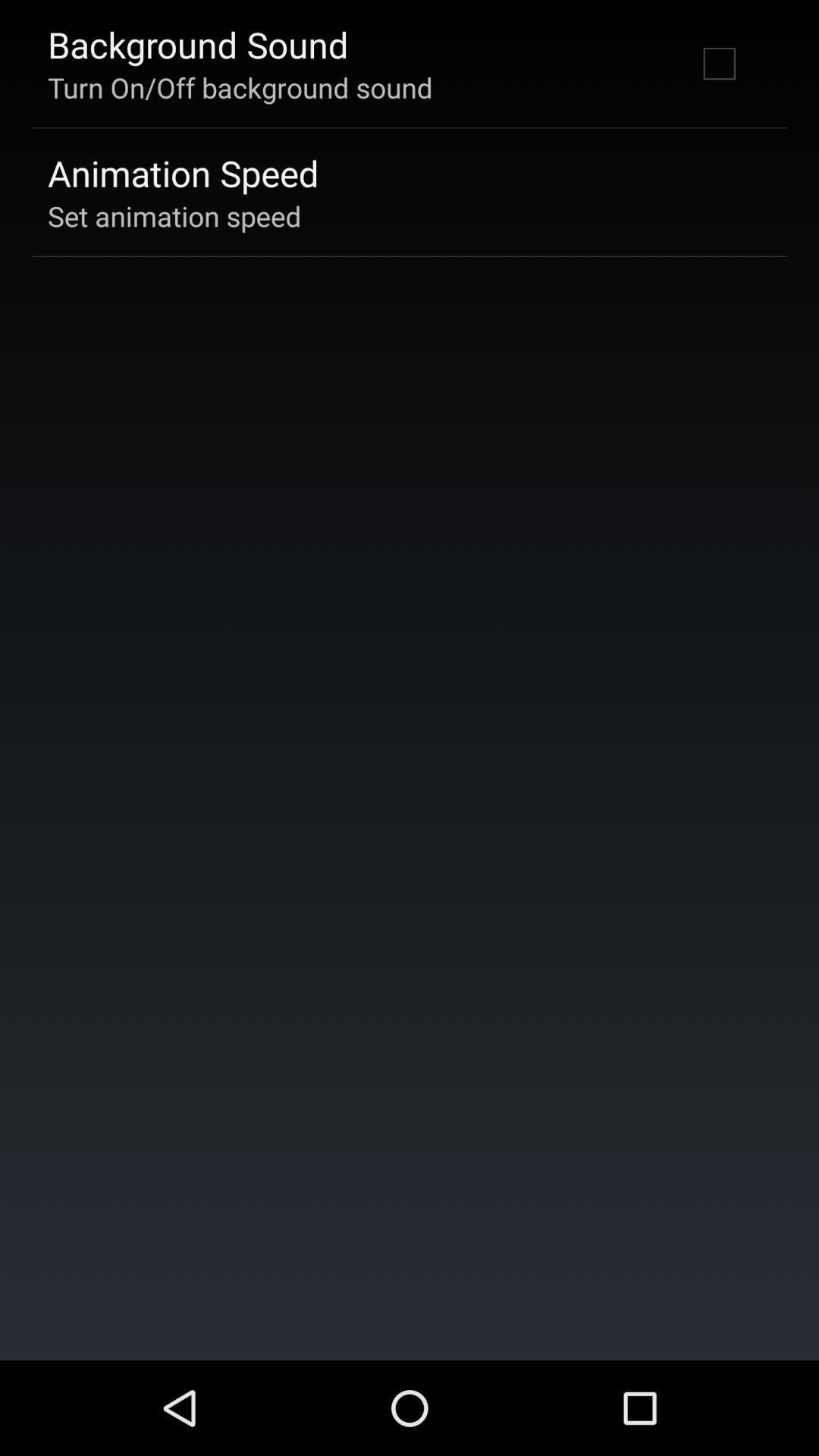 The image size is (819, 1456). I want to click on the item above the animation speed, so click(239, 86).